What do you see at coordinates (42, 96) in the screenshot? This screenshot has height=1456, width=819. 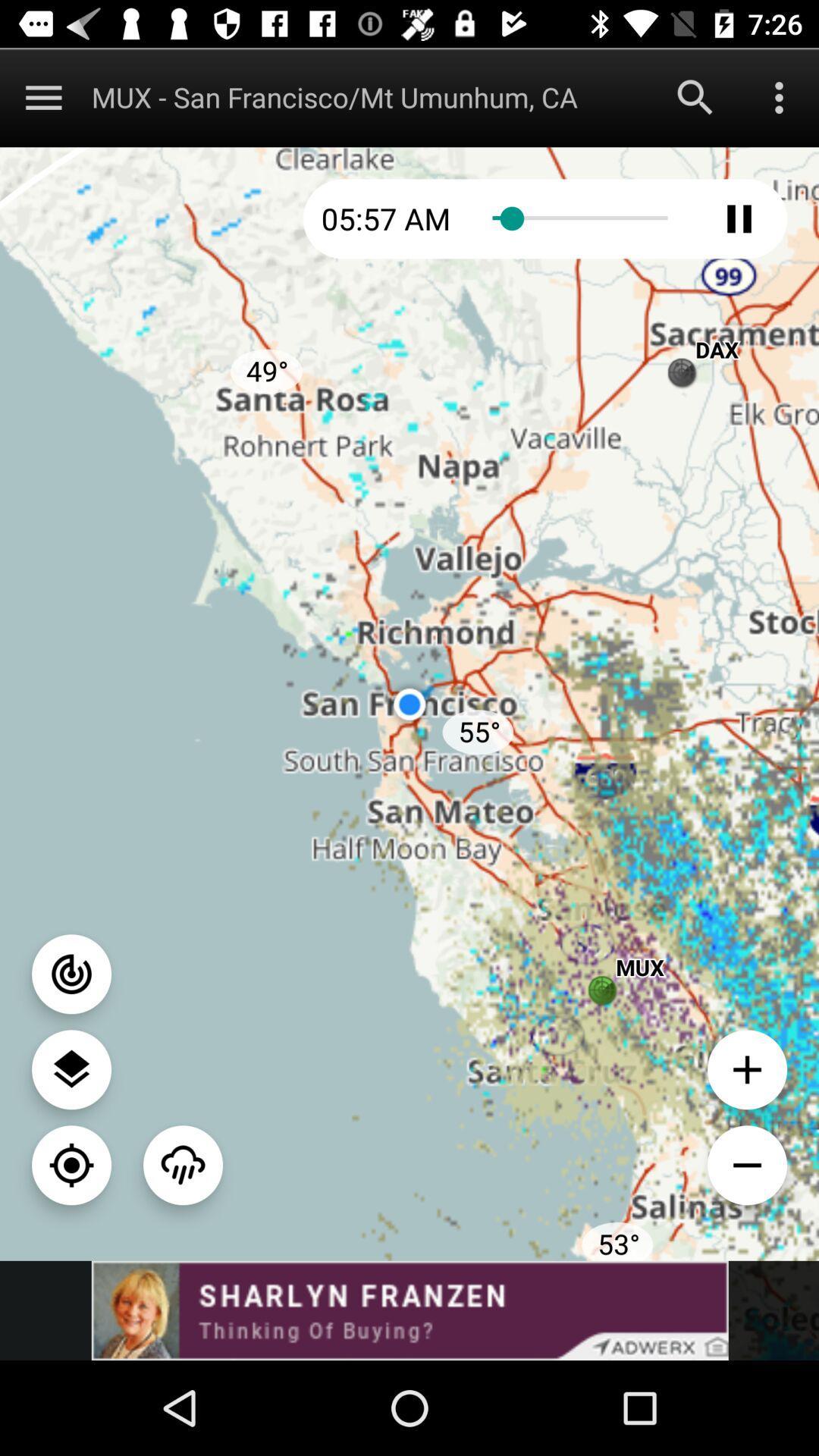 I see `menu` at bounding box center [42, 96].